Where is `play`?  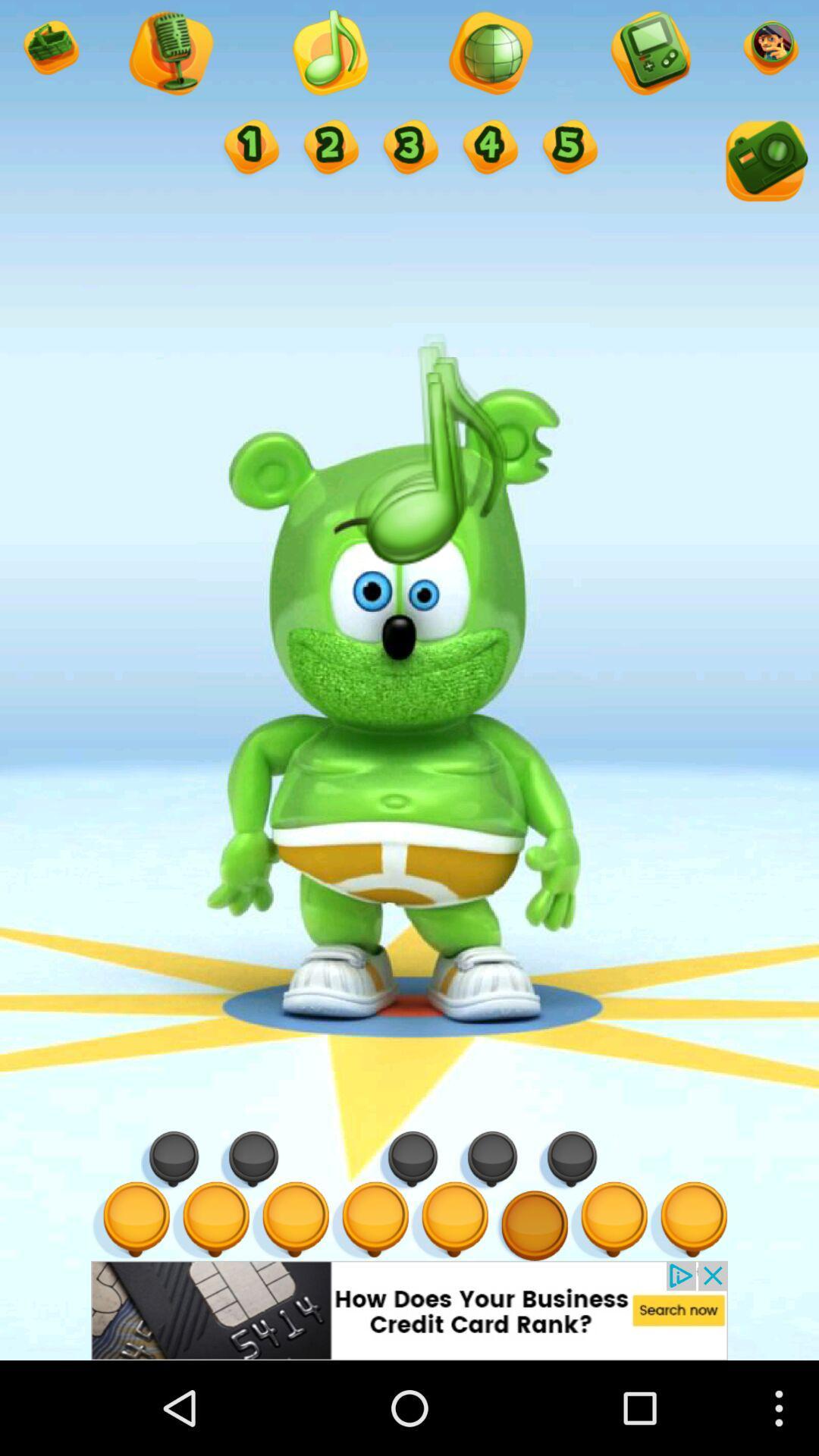
play is located at coordinates (328, 55).